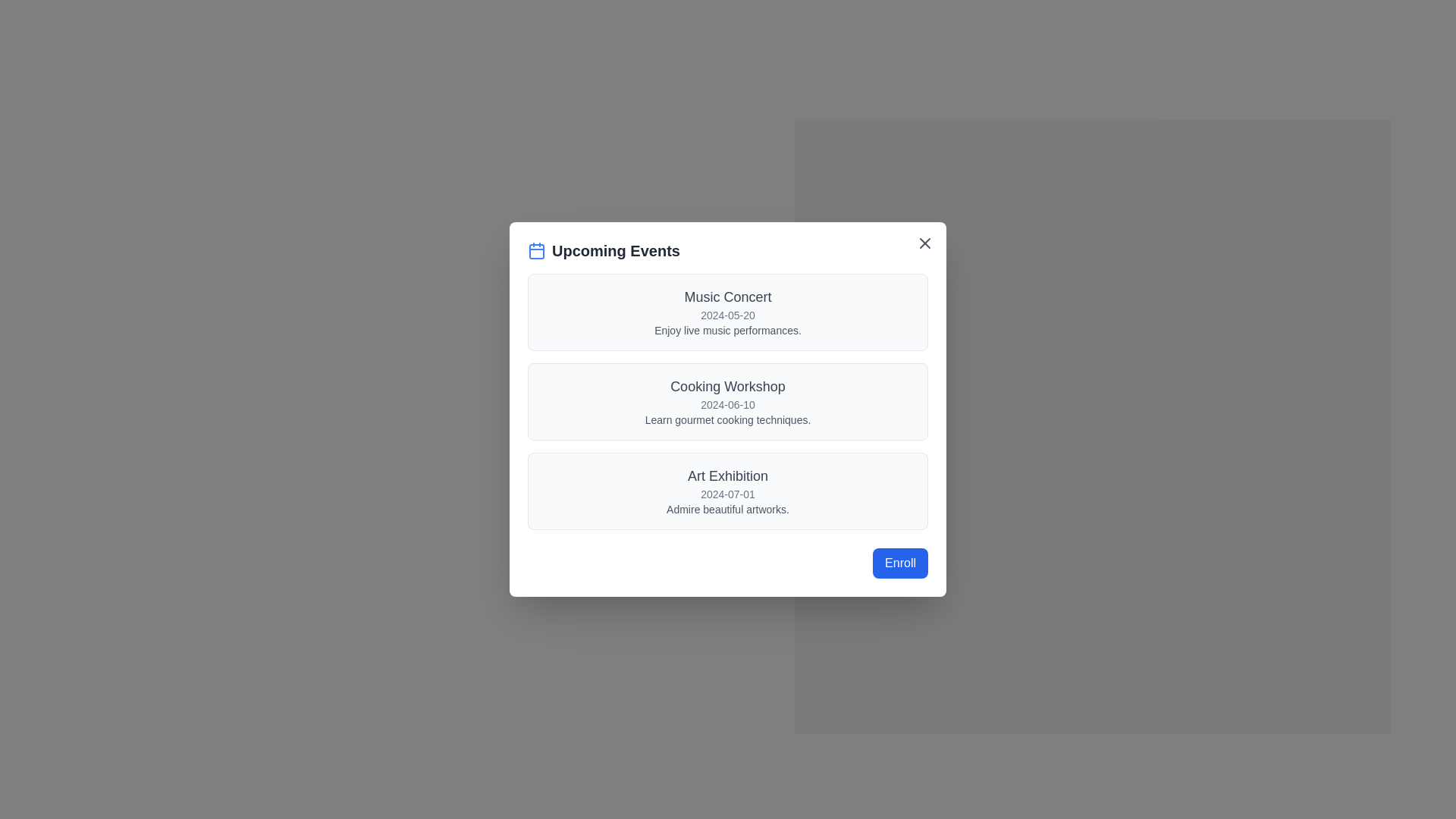 Image resolution: width=1456 pixels, height=819 pixels. Describe the element at coordinates (728, 315) in the screenshot. I see `the small gray text label displaying the date in 'YYYY-MM-DD' format, which is centrally located below the event title 'Music Concert' and above the description 'Enjoy live music performances.'` at that location.